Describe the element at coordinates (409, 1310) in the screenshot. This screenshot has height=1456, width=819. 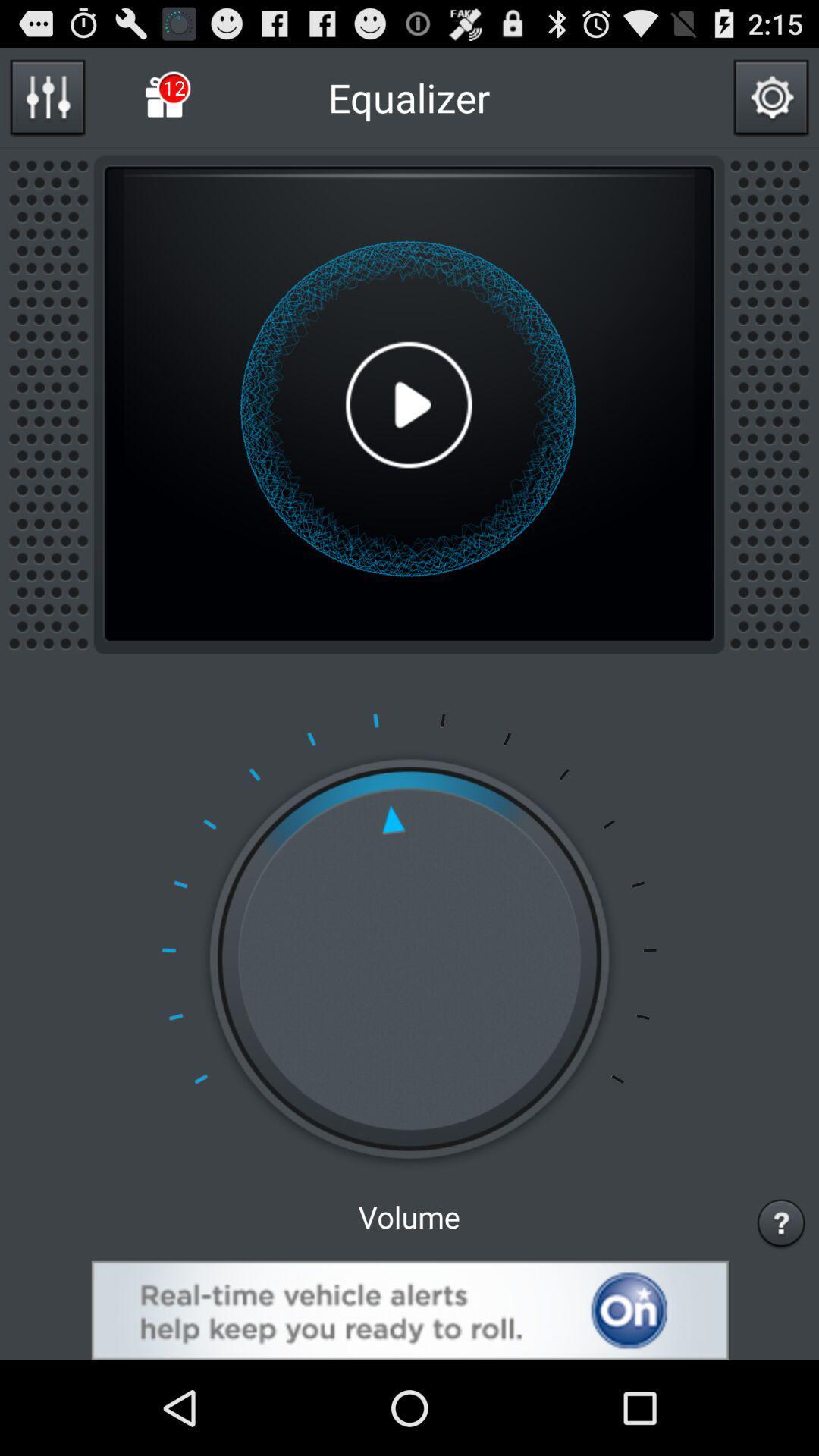
I see `on key` at that location.